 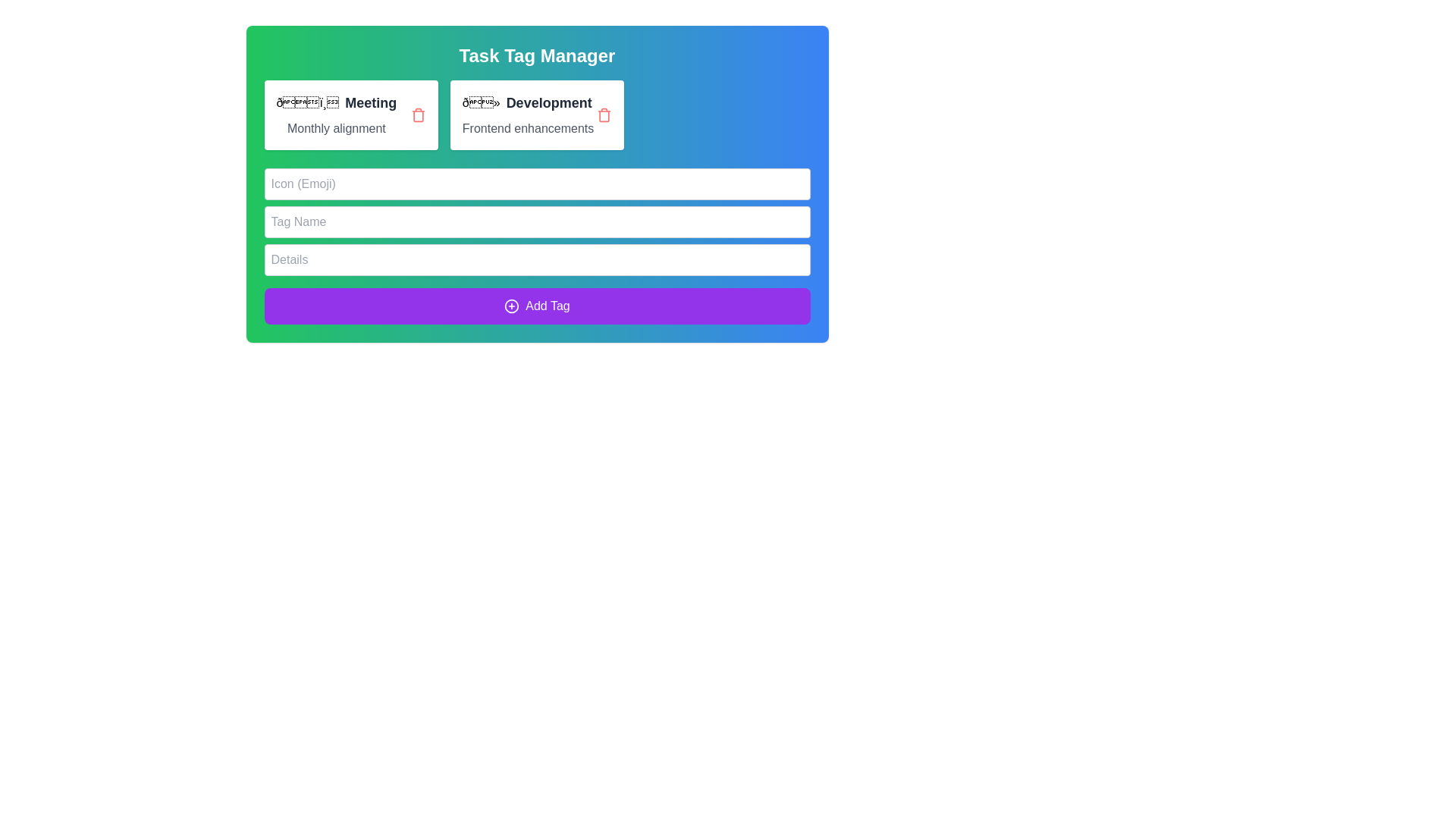 What do you see at coordinates (537, 306) in the screenshot?
I see `the 'Add Tag' button, which is a rectangular button with a vibrant purple background and white text, located at the bottom of the form` at bounding box center [537, 306].